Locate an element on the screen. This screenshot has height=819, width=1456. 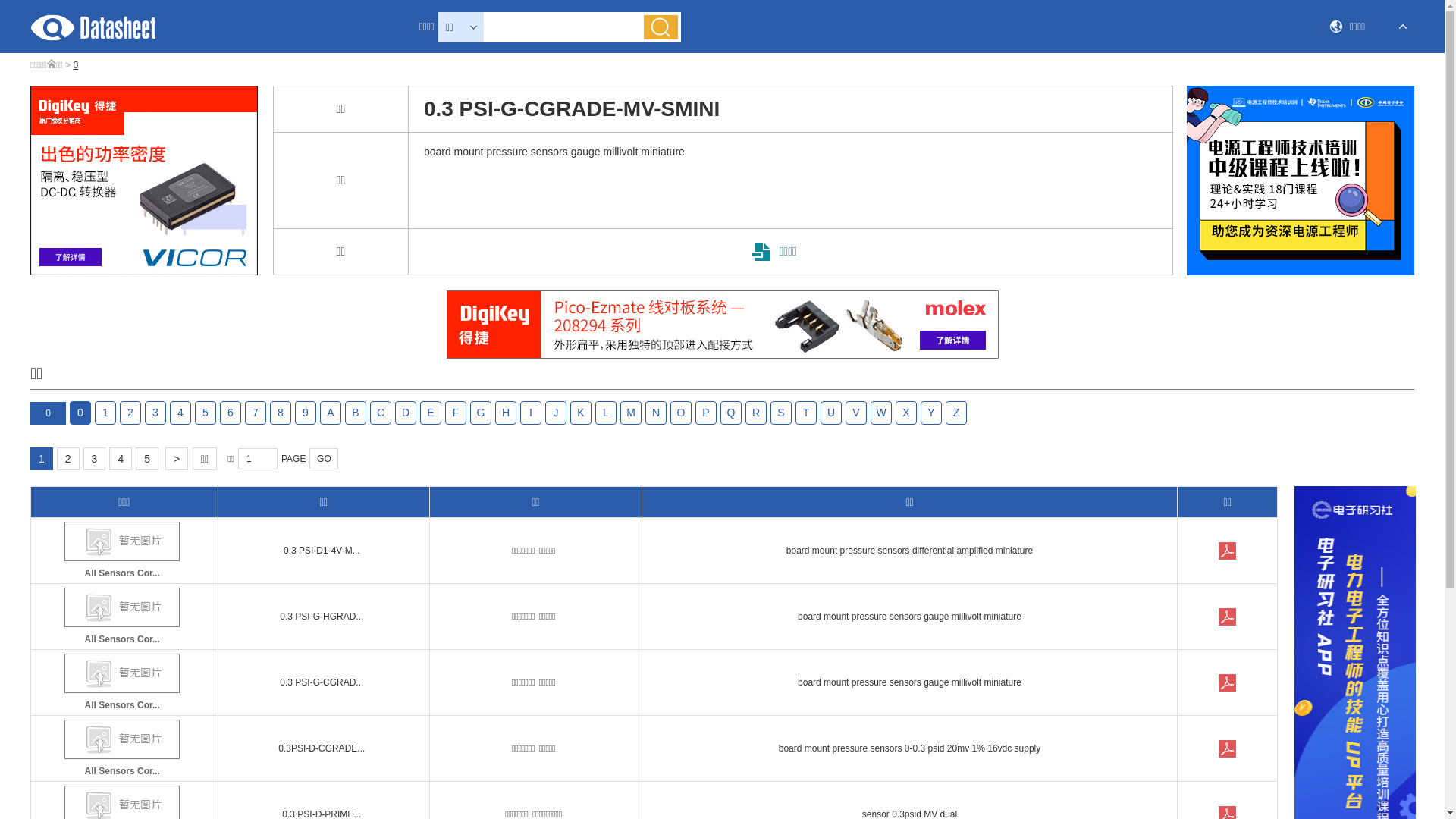
'0.3 PSI-G-HGRAD...' is located at coordinates (320, 617).